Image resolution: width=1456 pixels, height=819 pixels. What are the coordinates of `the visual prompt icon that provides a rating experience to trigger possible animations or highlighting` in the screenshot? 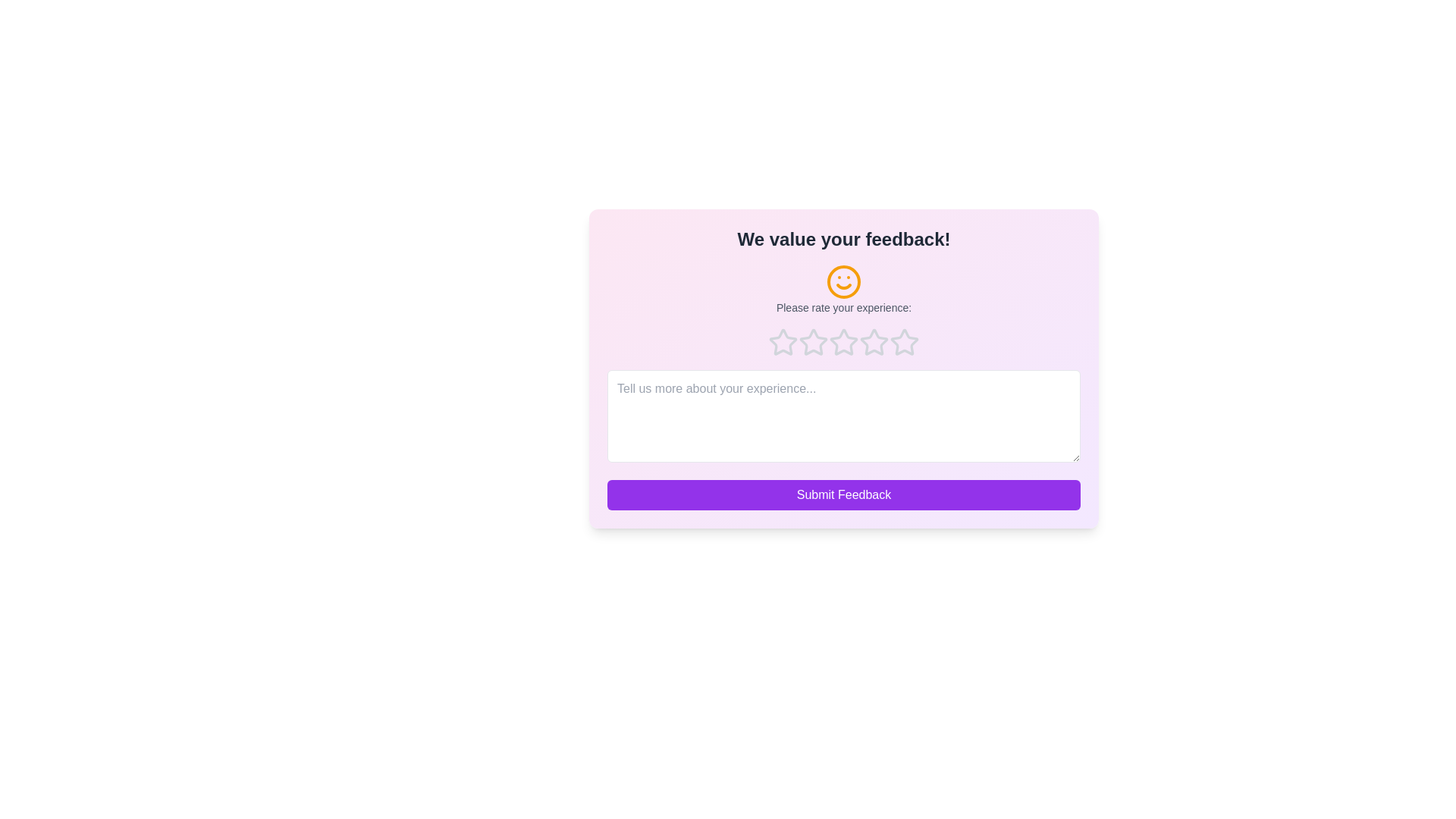 It's located at (843, 289).